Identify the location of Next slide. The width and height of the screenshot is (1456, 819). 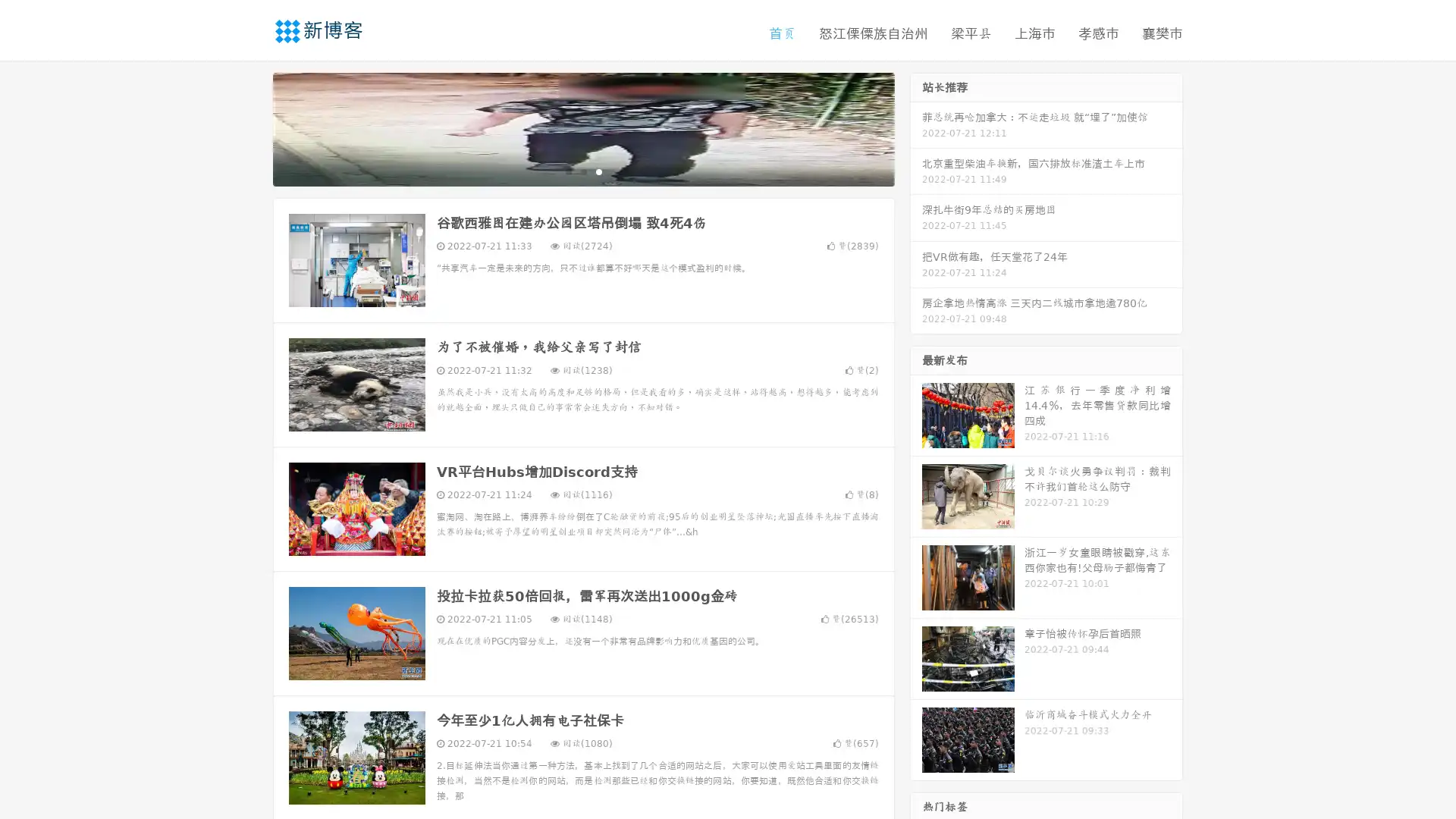
(916, 127).